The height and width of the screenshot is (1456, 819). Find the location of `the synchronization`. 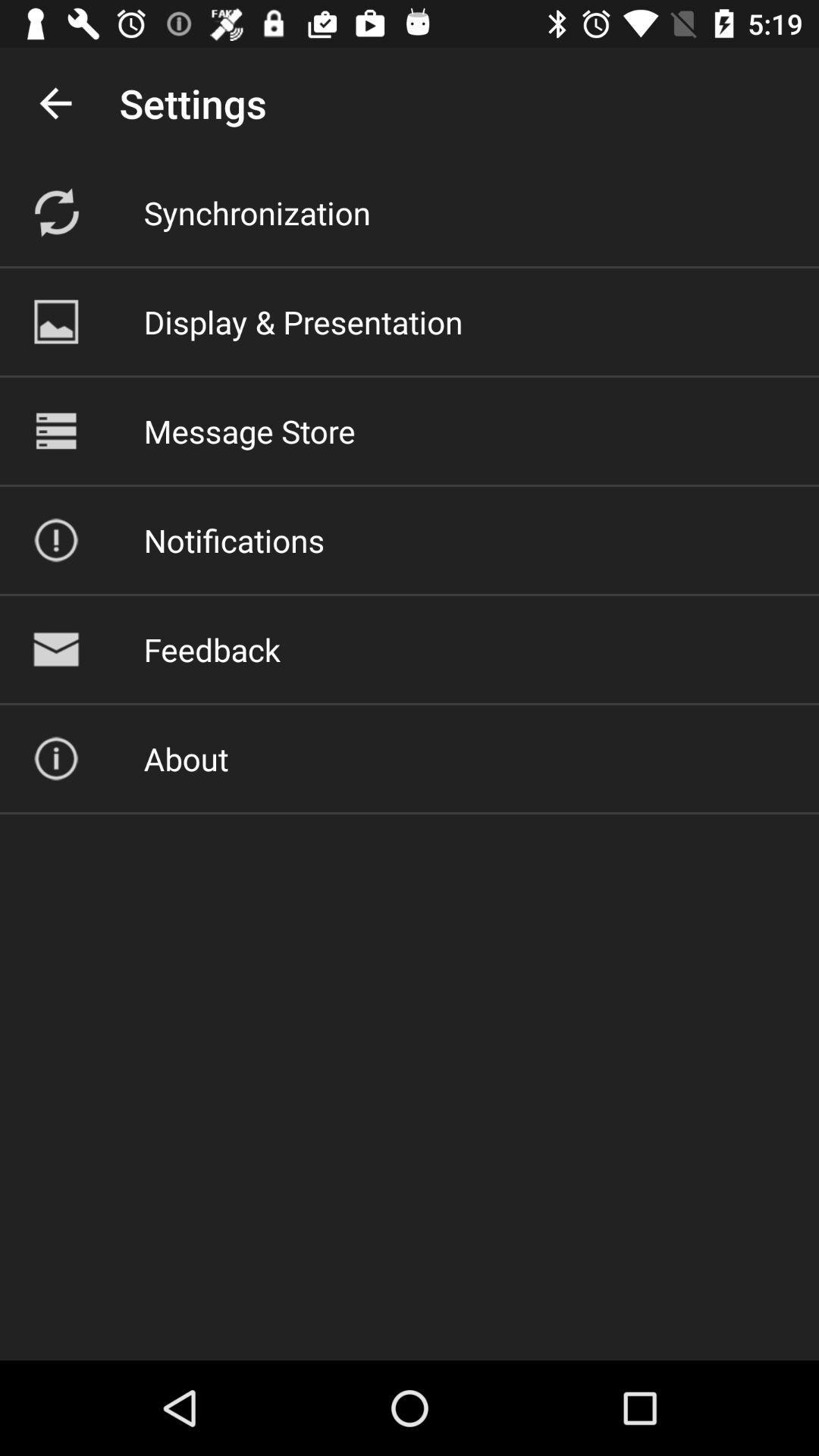

the synchronization is located at coordinates (256, 212).